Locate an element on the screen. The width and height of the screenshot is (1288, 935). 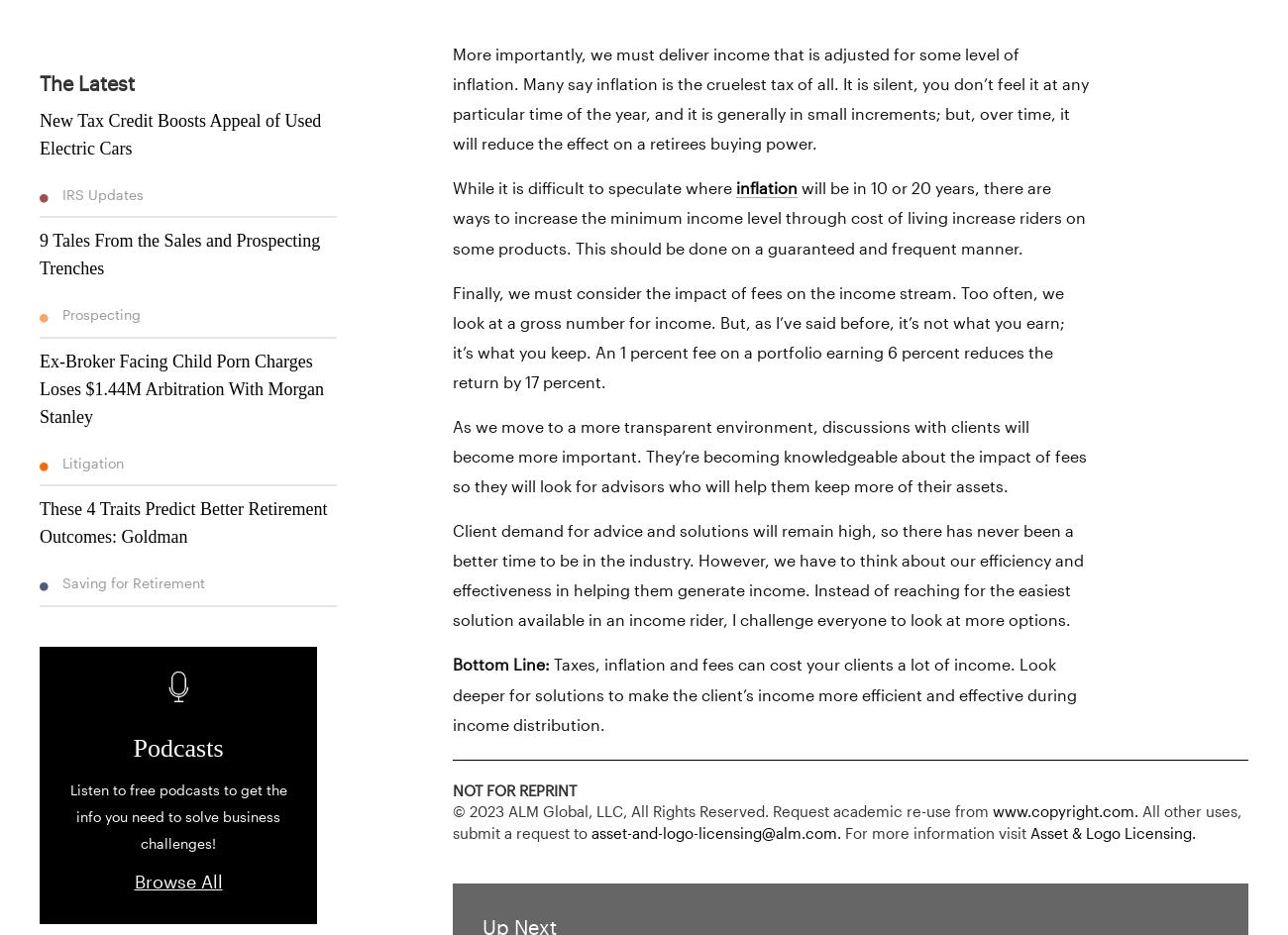
'For more information visit' is located at coordinates (934, 831).